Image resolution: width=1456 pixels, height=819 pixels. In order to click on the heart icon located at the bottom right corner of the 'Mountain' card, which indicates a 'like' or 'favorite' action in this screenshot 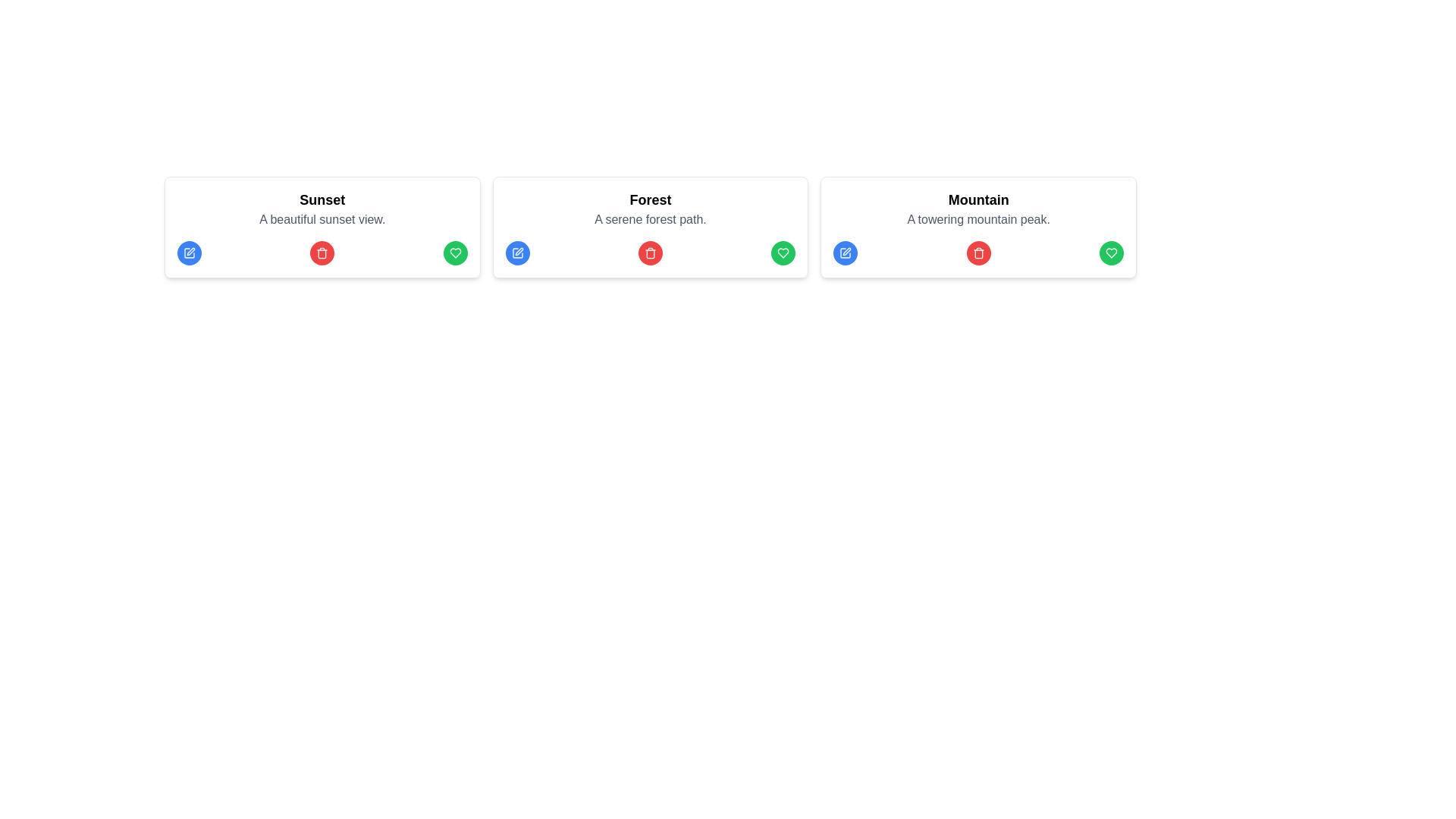, I will do `click(1111, 253)`.